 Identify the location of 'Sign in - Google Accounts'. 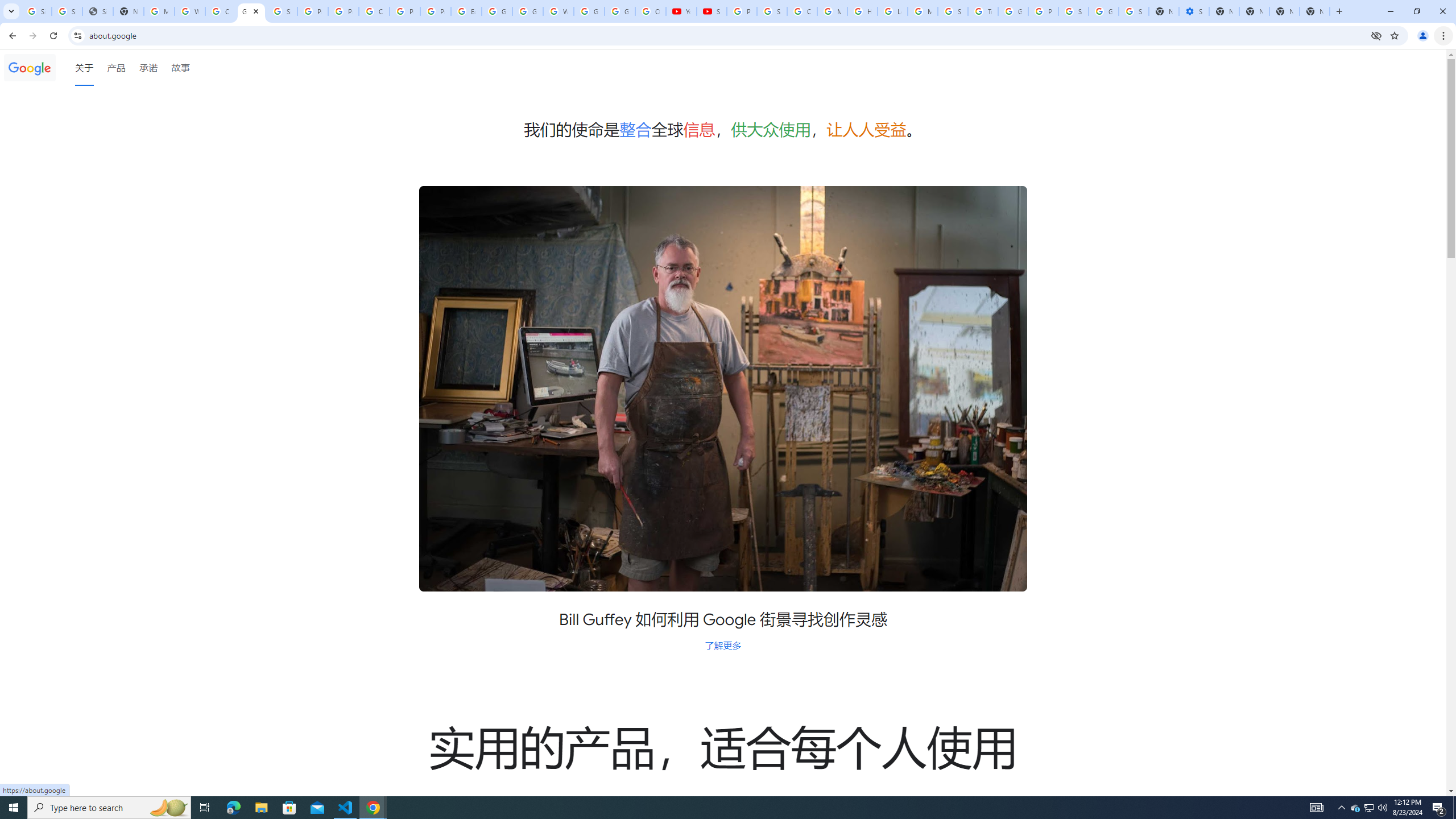
(1073, 11).